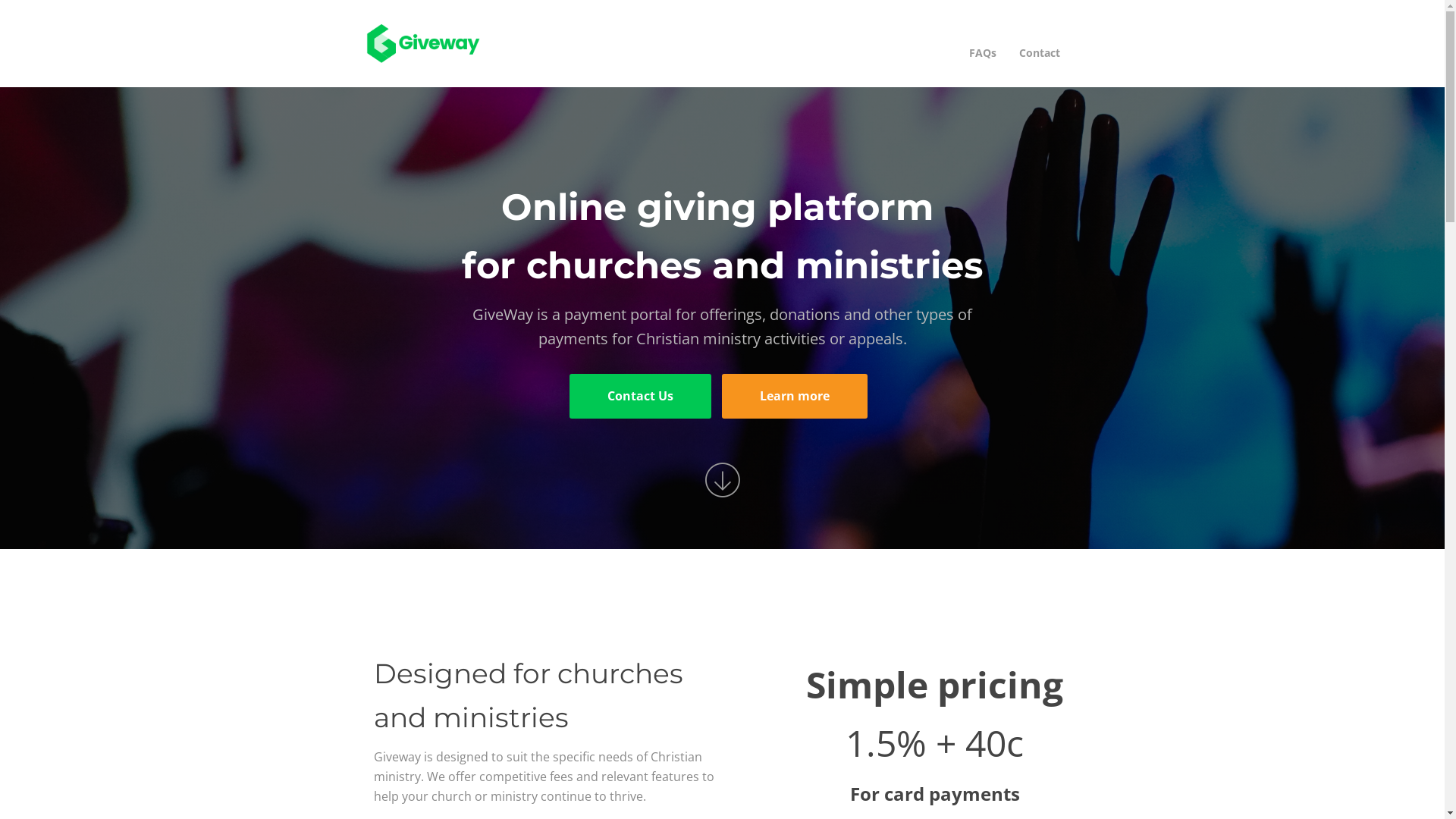 Image resolution: width=1456 pixels, height=819 pixels. Describe the element at coordinates (793, 395) in the screenshot. I see `'Learn more'` at that location.